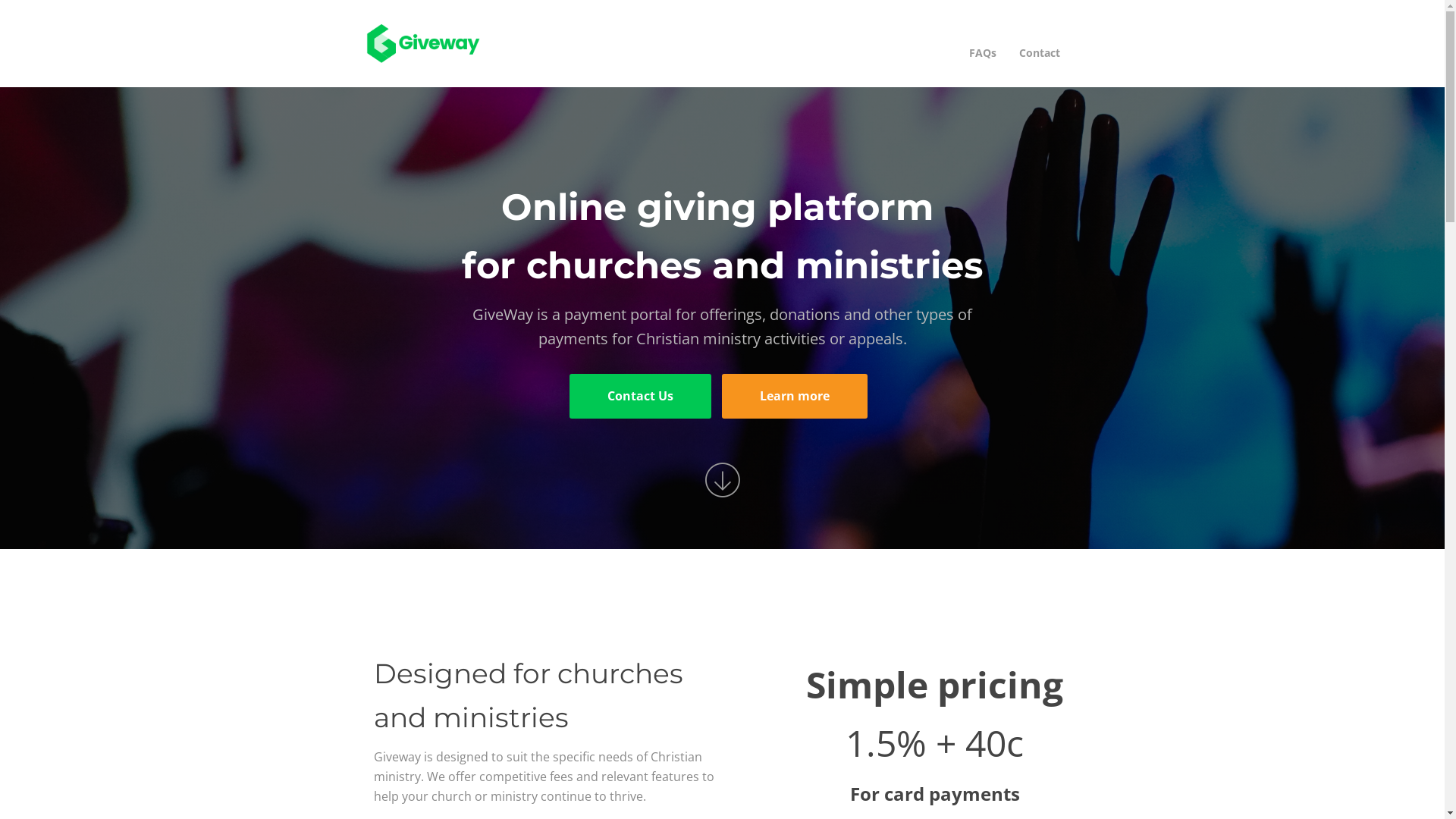 Image resolution: width=1456 pixels, height=819 pixels. Describe the element at coordinates (793, 395) in the screenshot. I see `'Learn more'` at that location.